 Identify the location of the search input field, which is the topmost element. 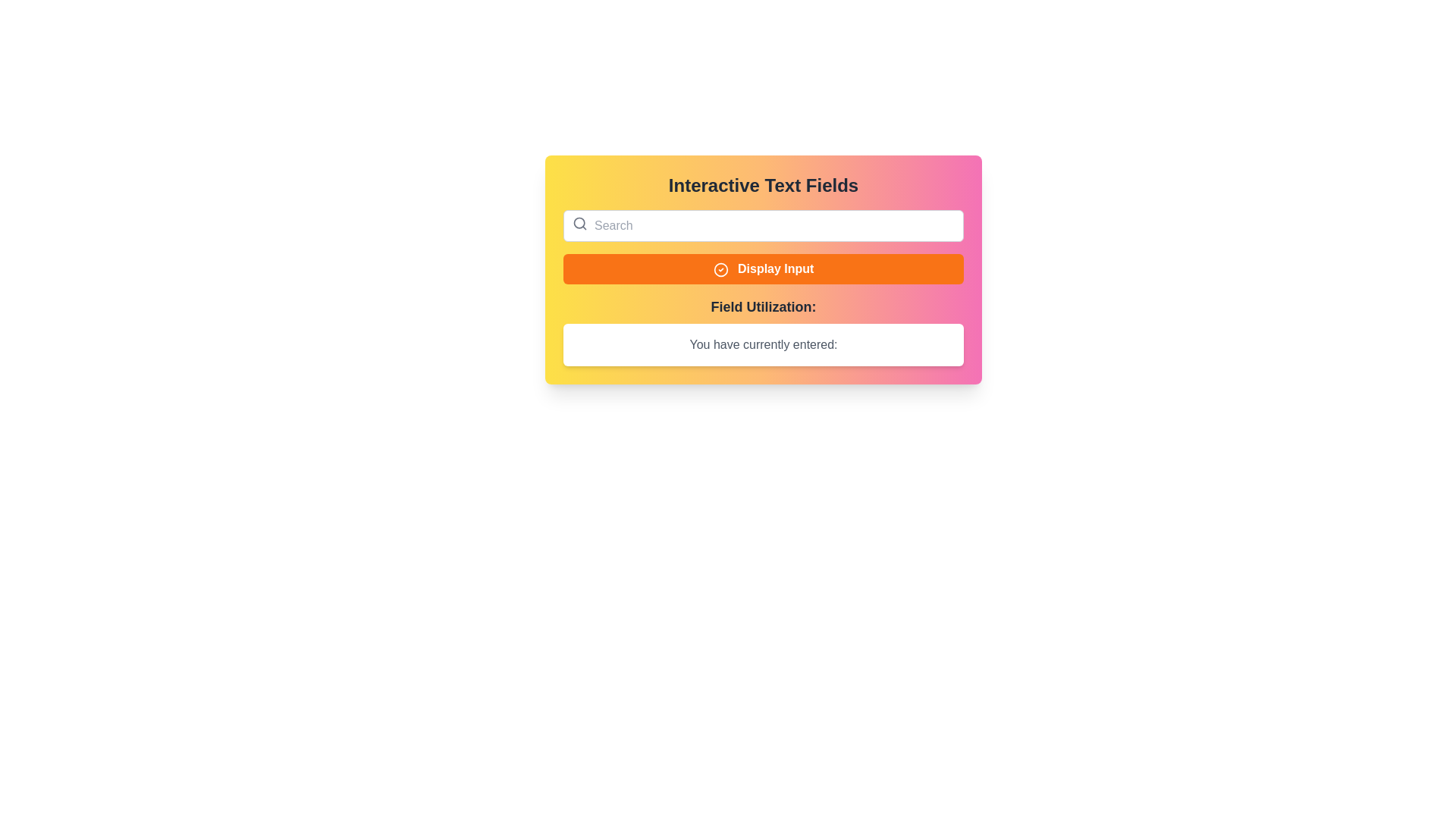
(764, 225).